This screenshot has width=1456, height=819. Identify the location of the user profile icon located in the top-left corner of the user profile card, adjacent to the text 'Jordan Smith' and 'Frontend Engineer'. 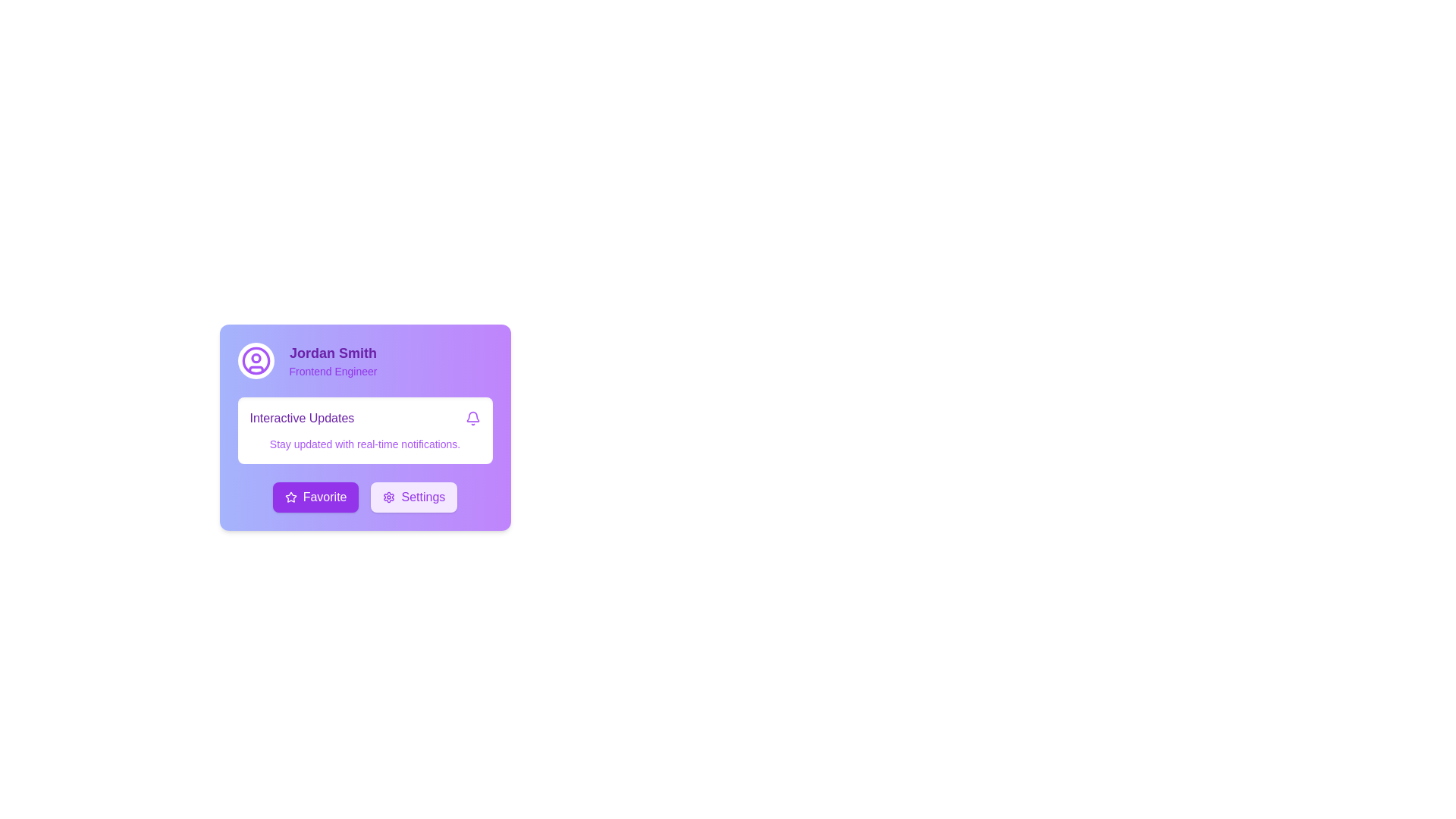
(256, 360).